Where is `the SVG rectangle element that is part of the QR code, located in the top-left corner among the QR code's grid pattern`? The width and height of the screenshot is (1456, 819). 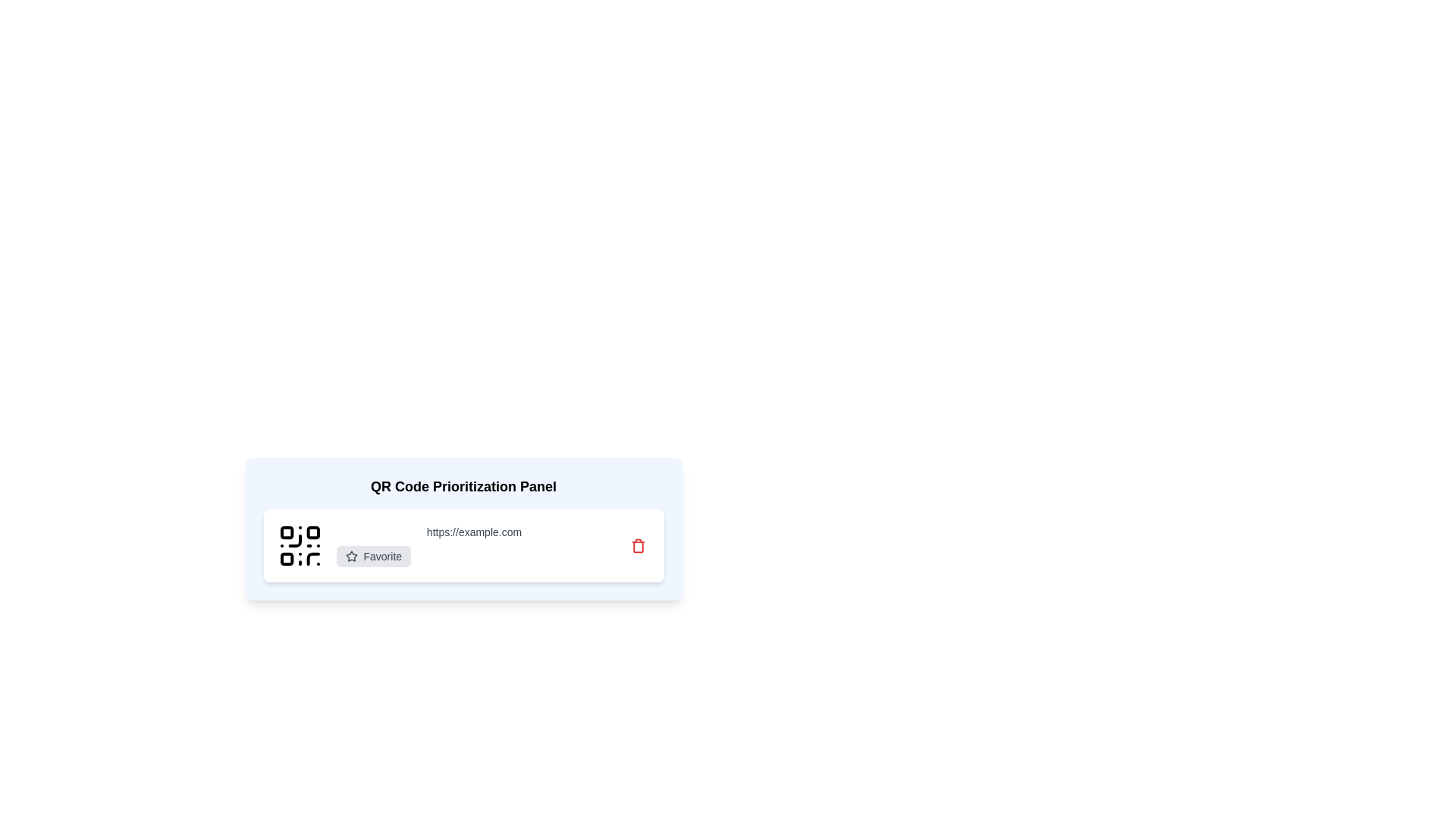 the SVG rectangle element that is part of the QR code, located in the top-left corner among the QR code's grid pattern is located at coordinates (287, 532).